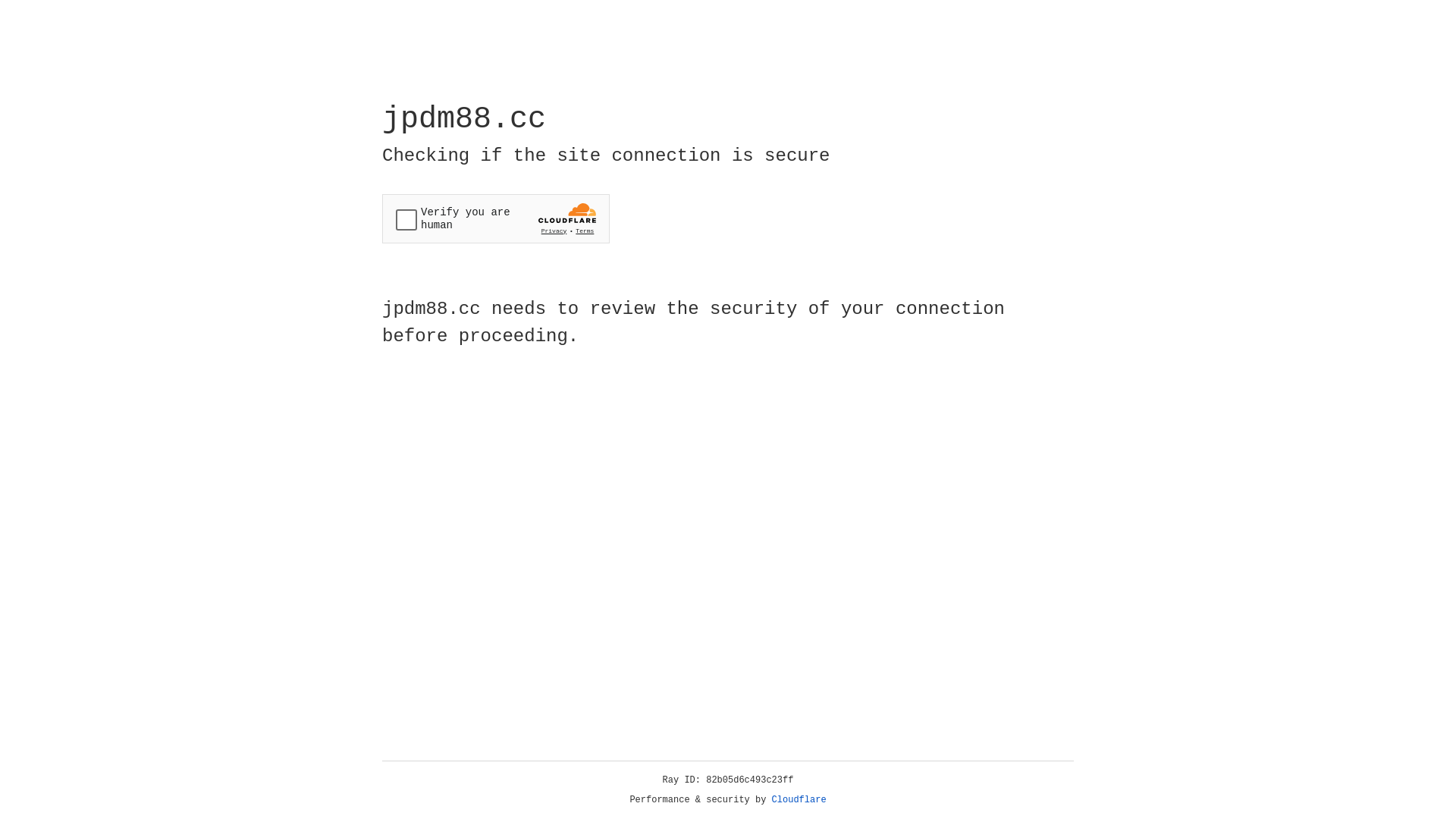 The height and width of the screenshot is (819, 1456). What do you see at coordinates (771, 799) in the screenshot?
I see `'Cloudflare'` at bounding box center [771, 799].